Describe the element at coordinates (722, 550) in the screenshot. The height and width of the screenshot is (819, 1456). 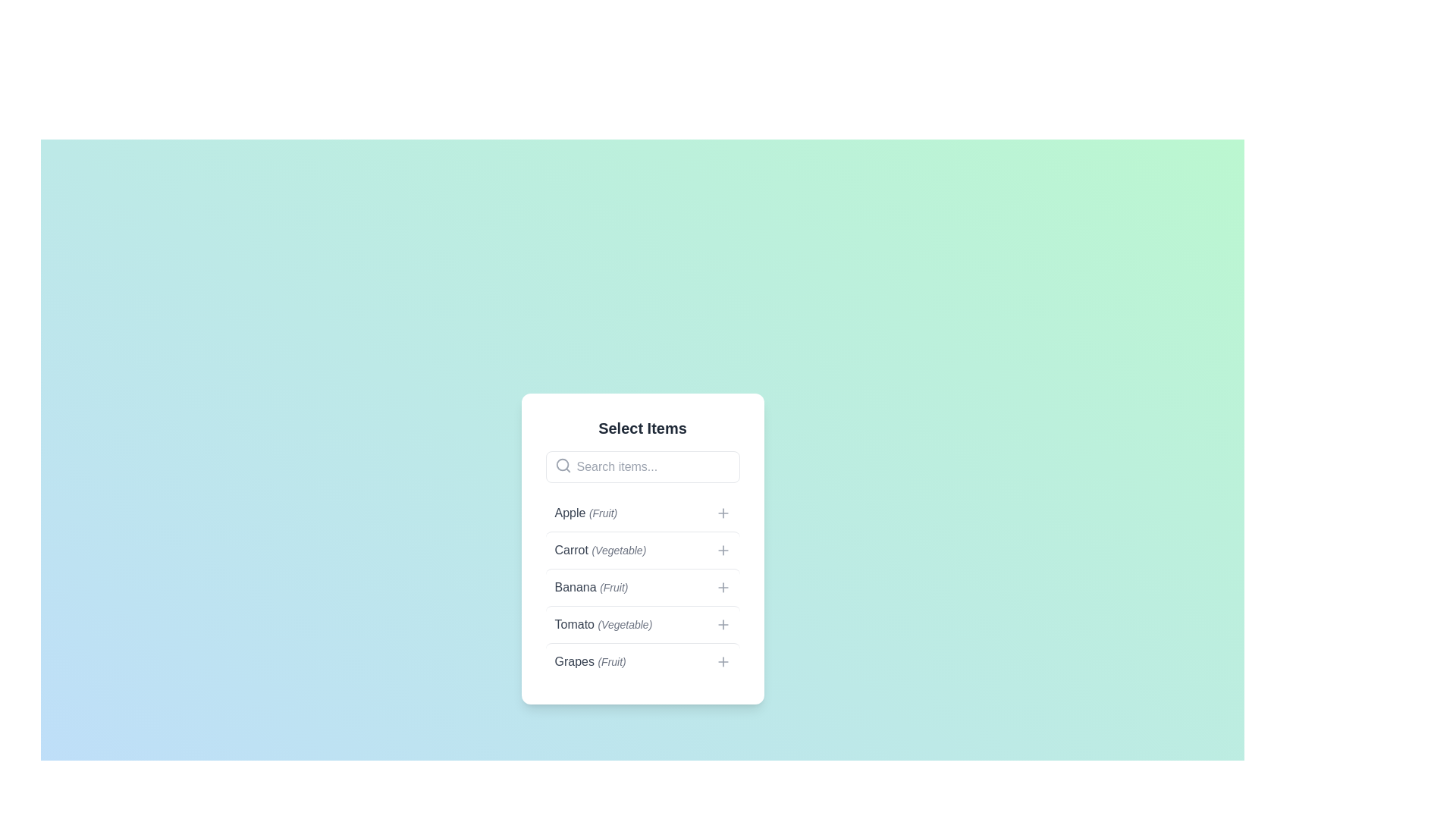
I see `the plus icon button for 'Carrot (Vegetable)'` at that location.